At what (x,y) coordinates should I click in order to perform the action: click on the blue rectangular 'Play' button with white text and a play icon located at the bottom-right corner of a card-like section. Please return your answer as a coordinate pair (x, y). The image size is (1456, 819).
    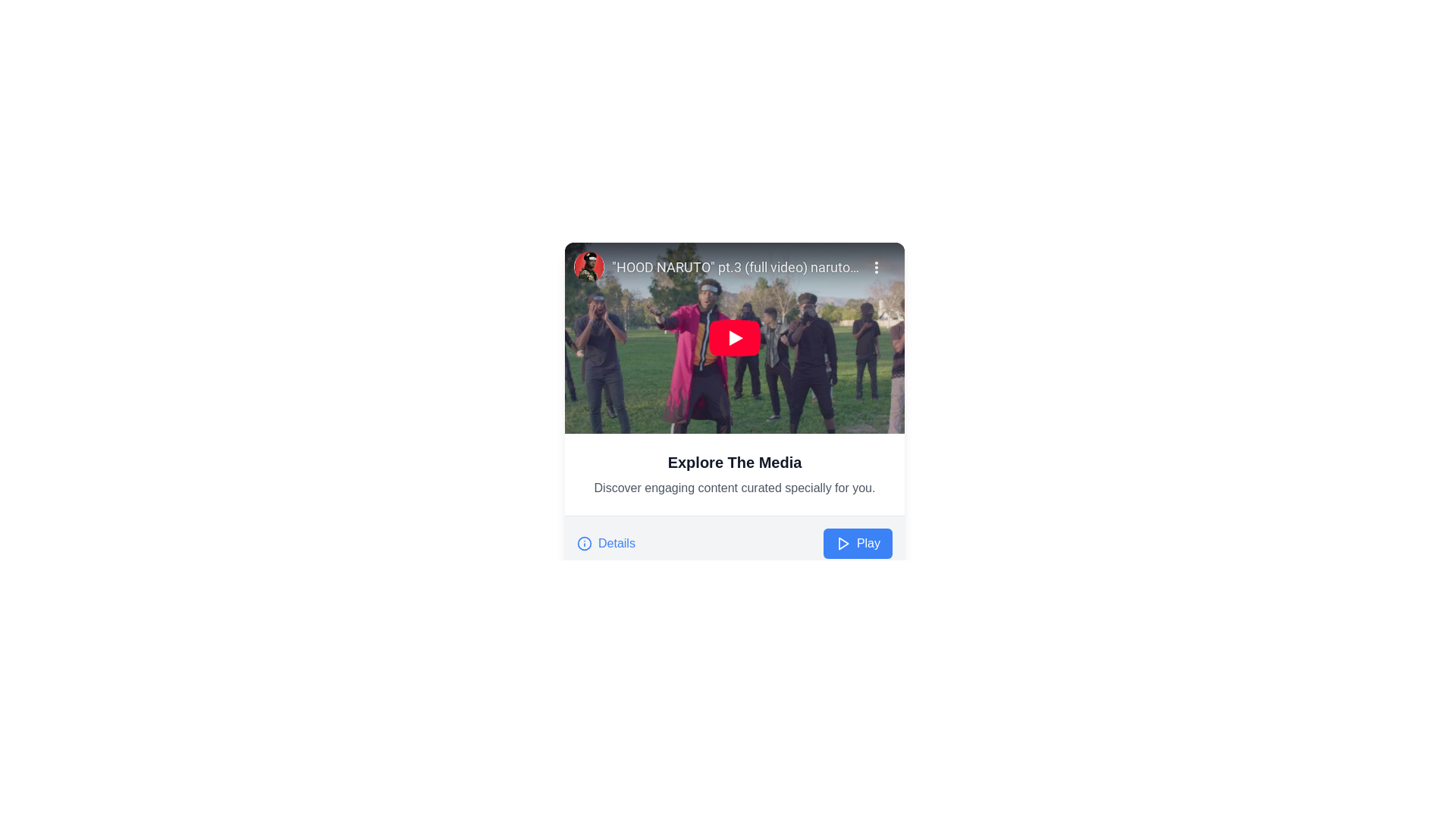
    Looking at the image, I should click on (858, 543).